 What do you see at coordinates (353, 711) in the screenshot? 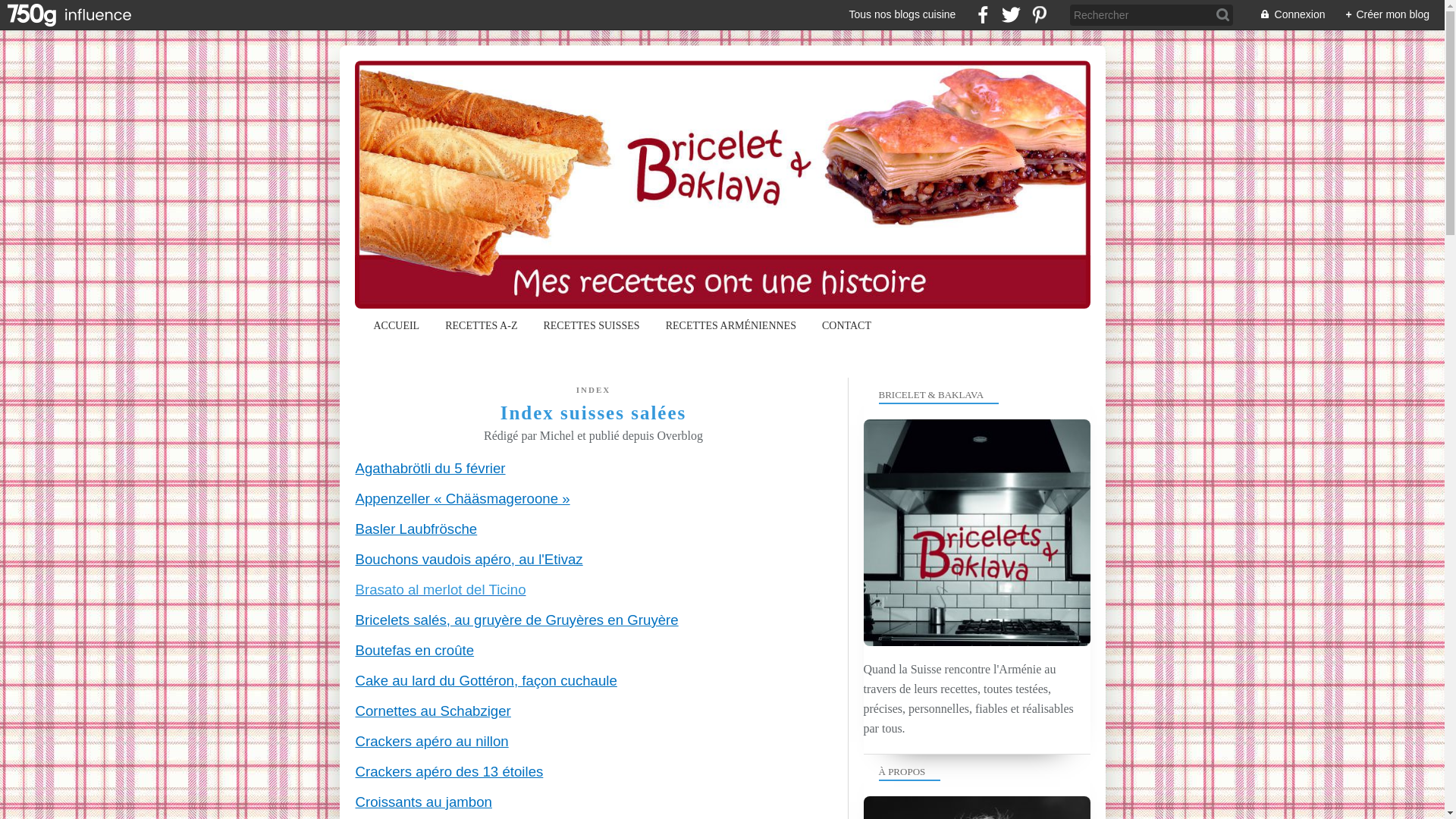
I see `'Cornettes au Schabziger'` at bounding box center [353, 711].